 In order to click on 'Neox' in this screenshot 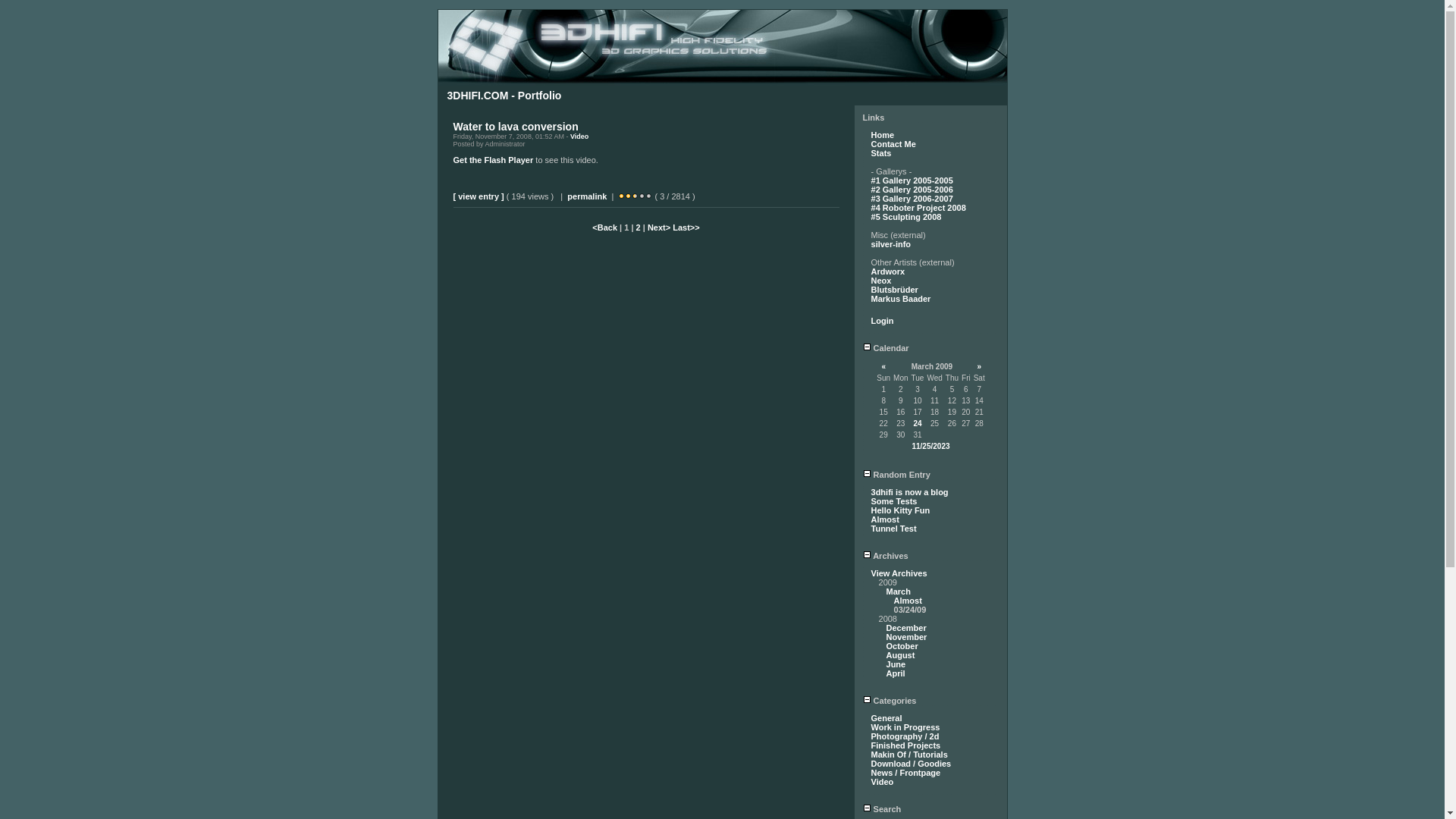, I will do `click(881, 281)`.